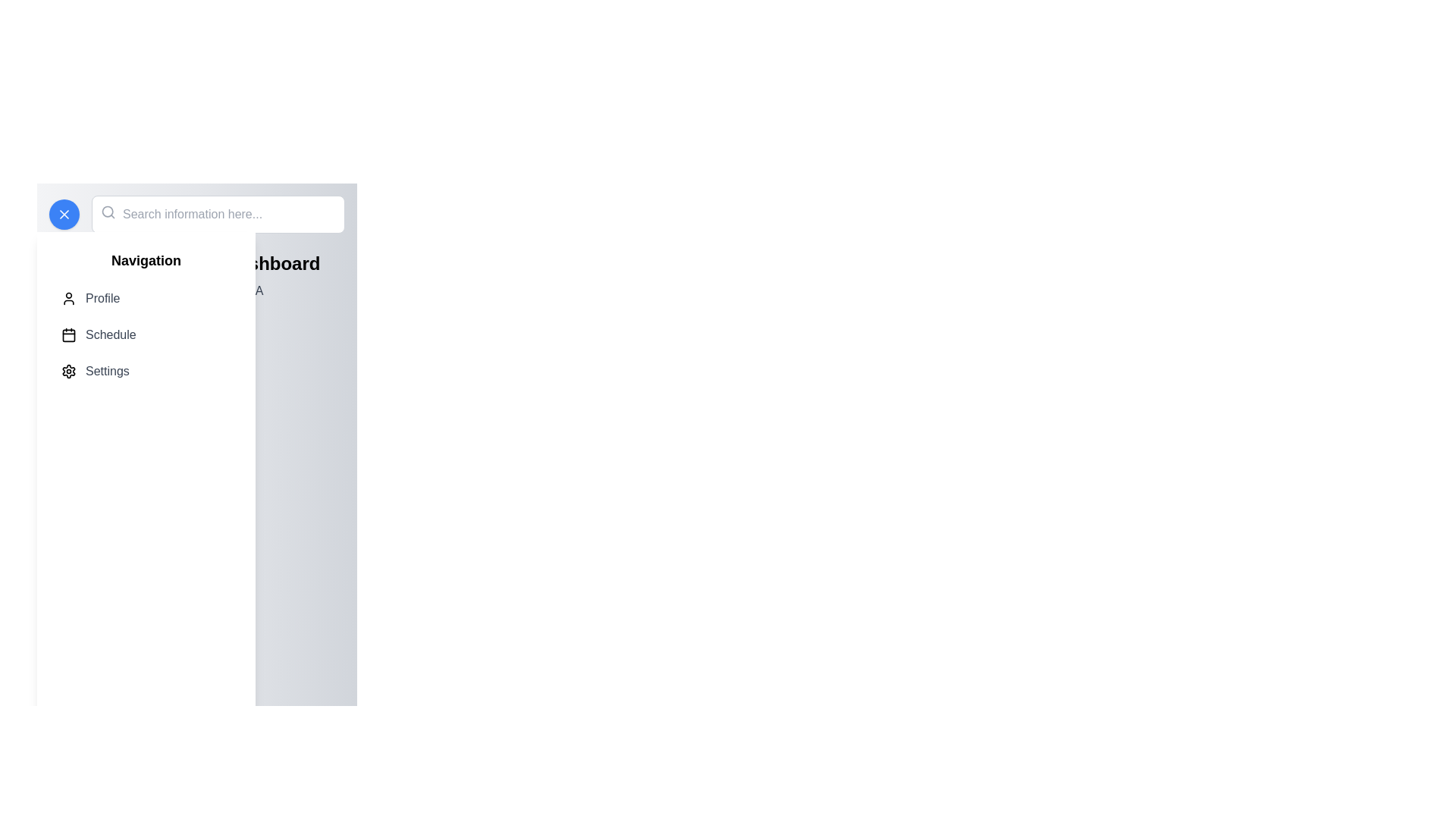  Describe the element at coordinates (64, 214) in the screenshot. I see `the close or dismiss button icon located in the top-left section of the interface, which is a blue circular button aligned with a search bar` at that location.